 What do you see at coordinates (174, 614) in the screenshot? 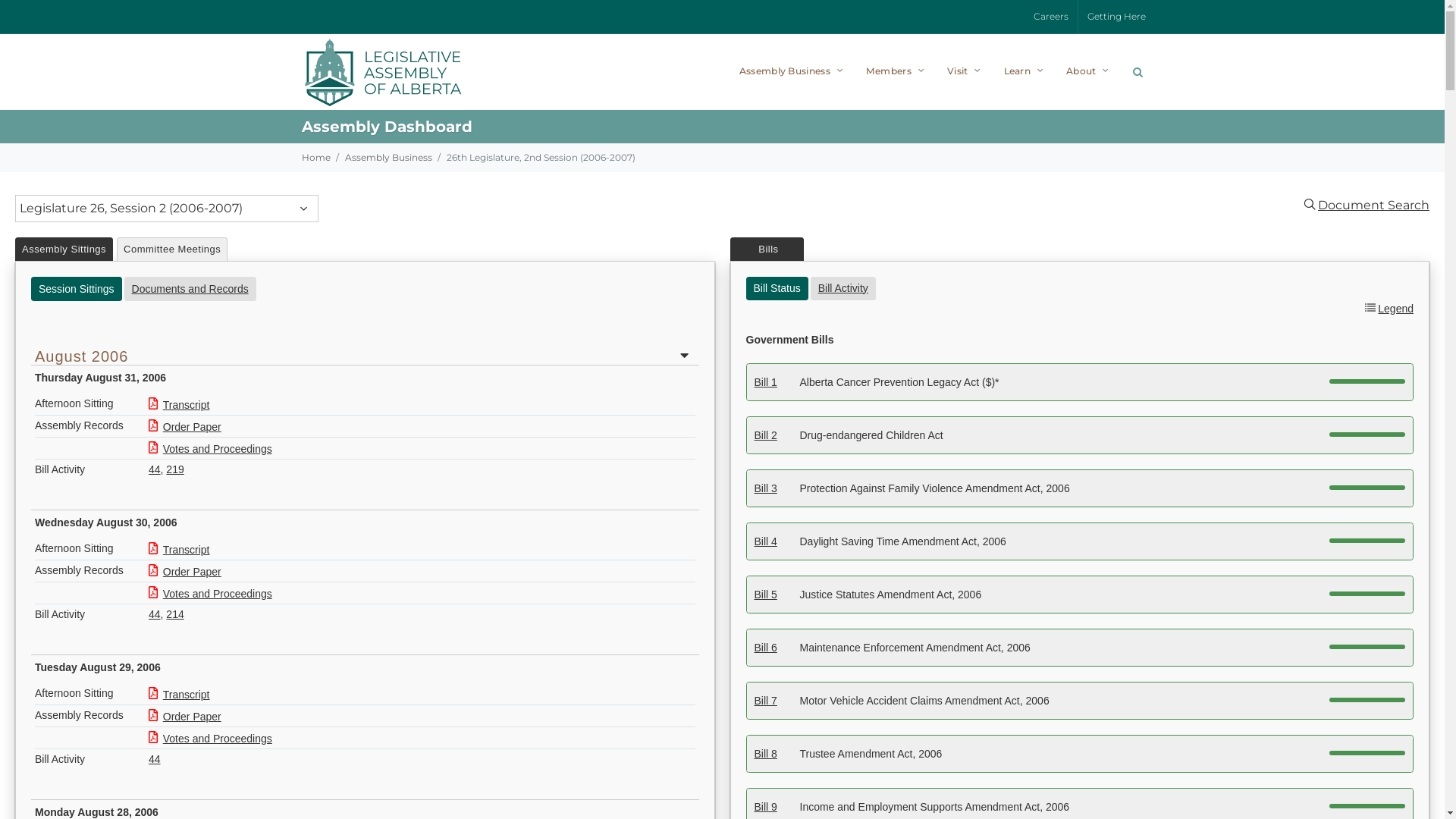
I see `'214'` at bounding box center [174, 614].